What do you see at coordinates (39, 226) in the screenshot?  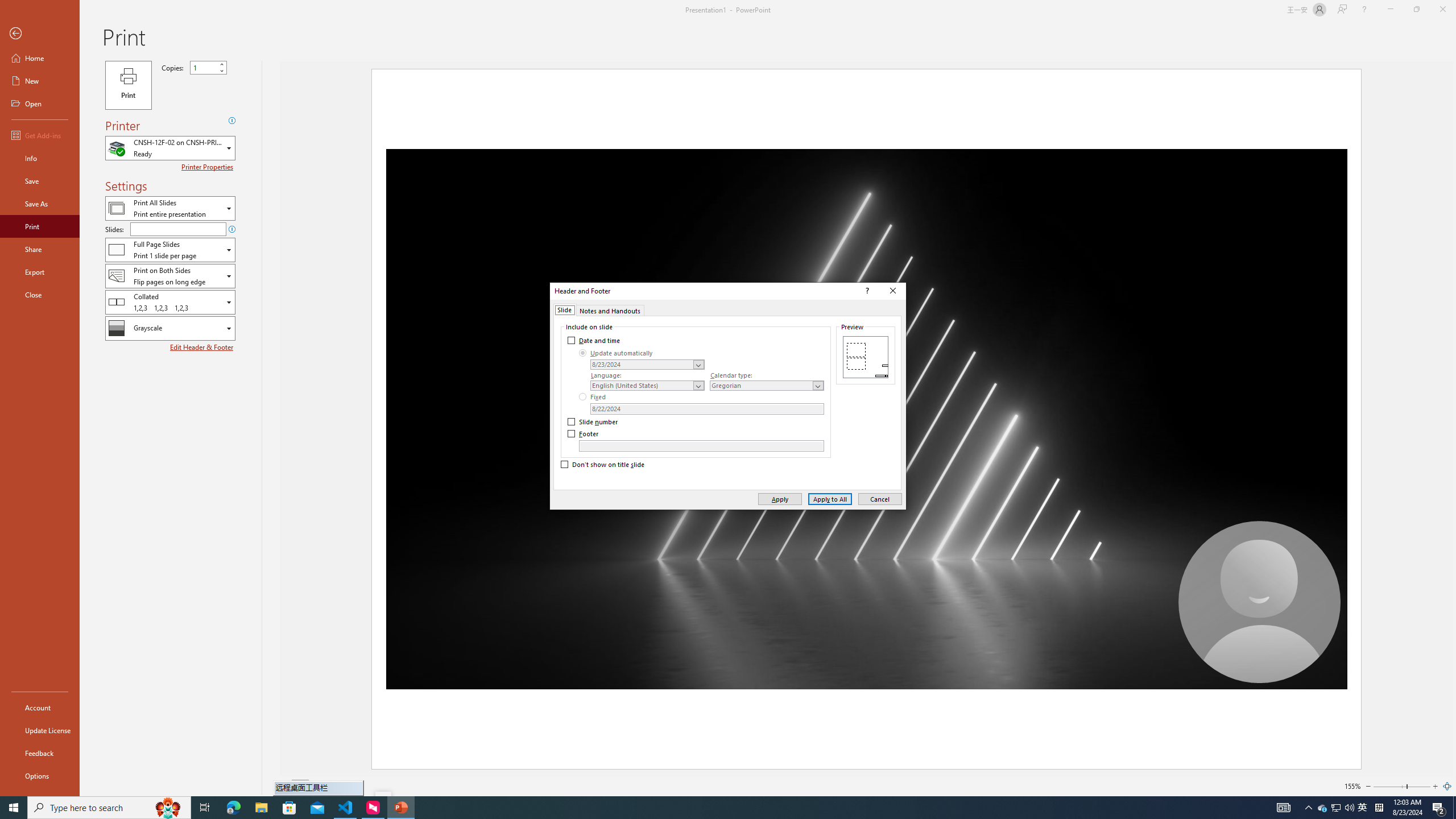 I see `'Print'` at bounding box center [39, 226].